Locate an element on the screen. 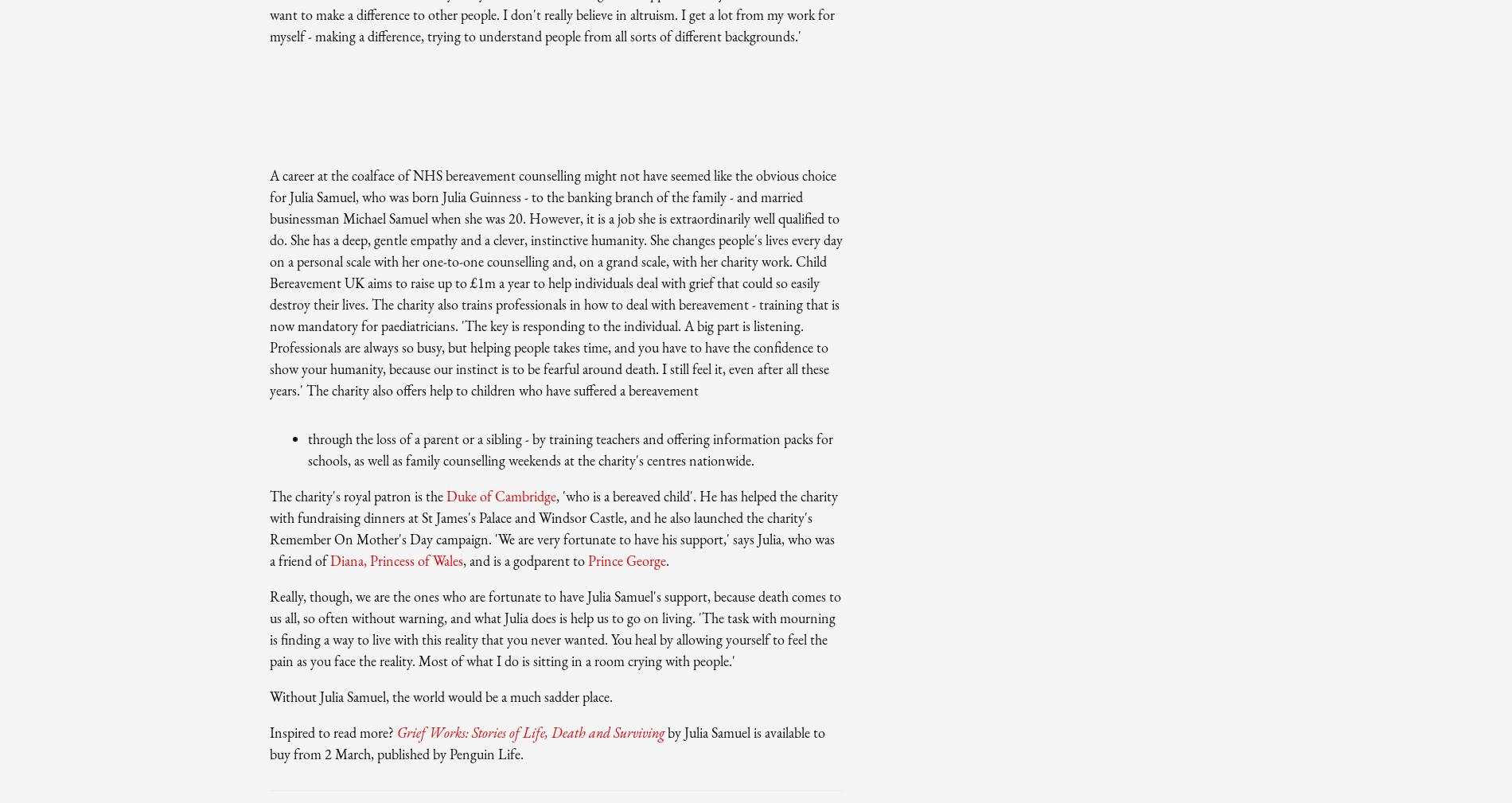 Image resolution: width=1512 pixels, height=803 pixels. 'Without Julia Samuel, the world would be a much sadder place.' is located at coordinates (268, 696).